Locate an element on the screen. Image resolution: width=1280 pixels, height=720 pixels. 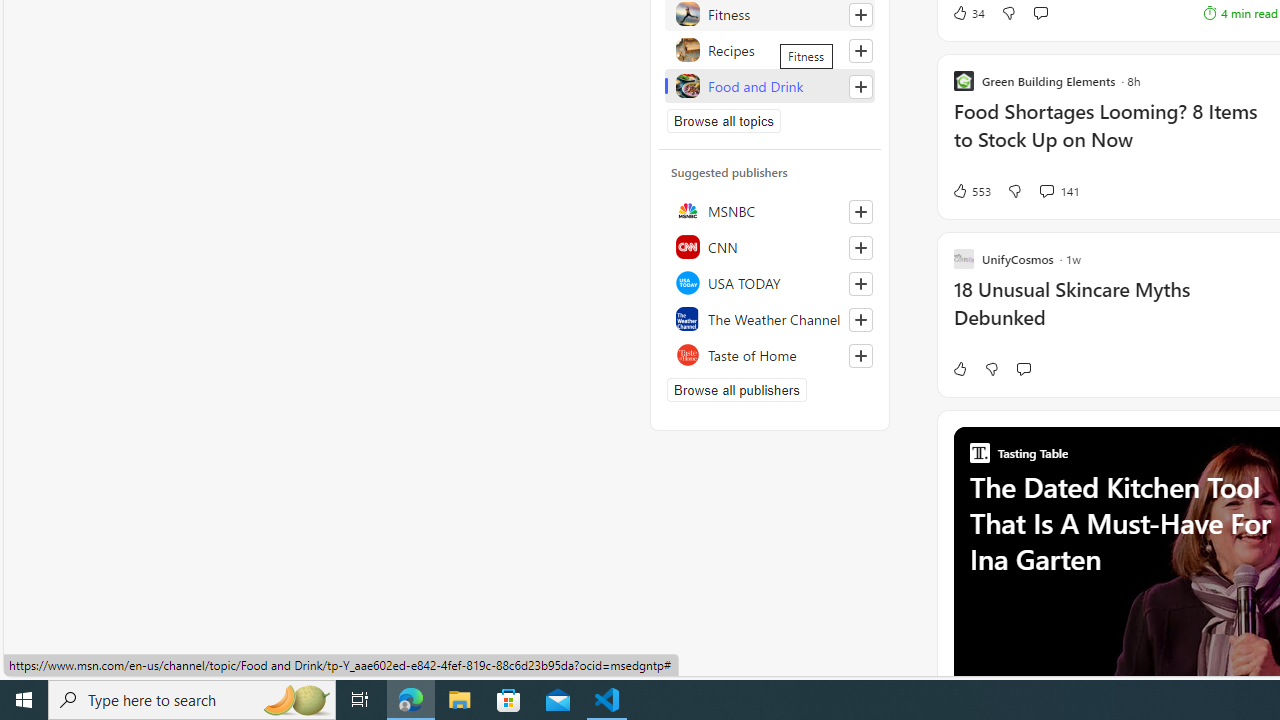
'View comments 141 Comment' is located at coordinates (1058, 191).